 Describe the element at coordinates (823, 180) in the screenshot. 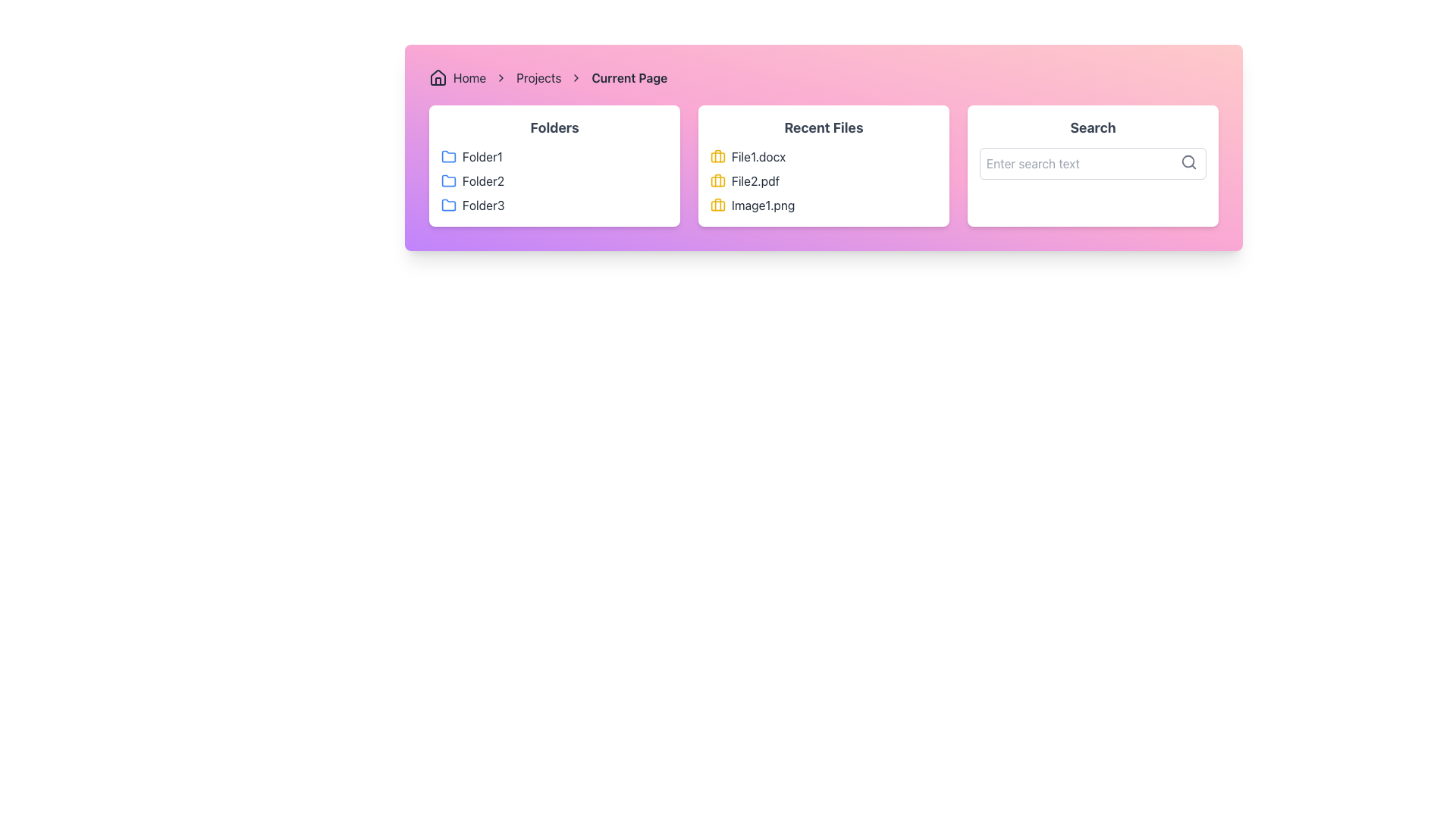

I see `the second list item in the 'Recent Files' section` at that location.